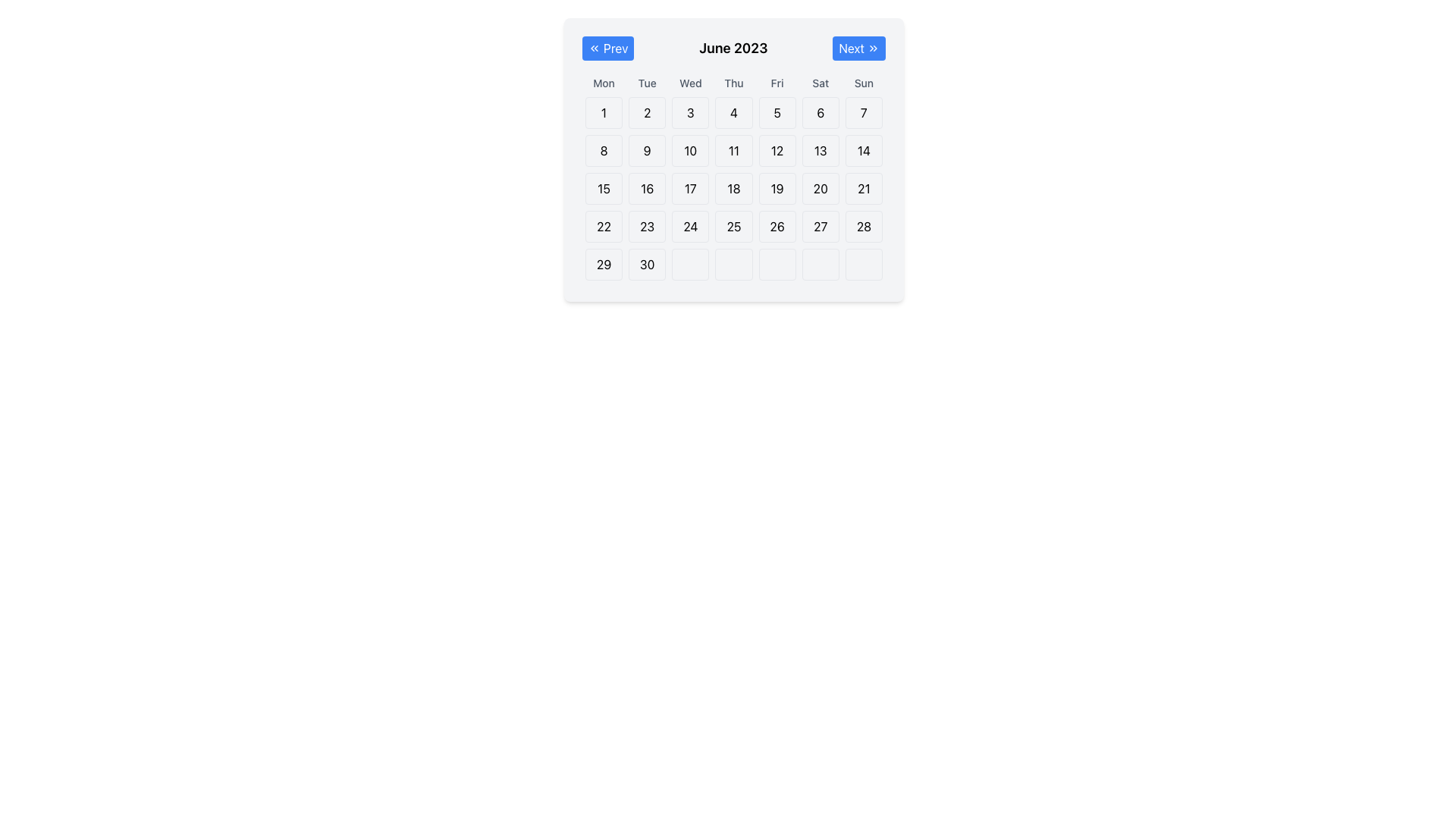 The width and height of the screenshot is (1456, 819). I want to click on the selectable date button representing the date '18' in the calendar interface, so click(734, 188).